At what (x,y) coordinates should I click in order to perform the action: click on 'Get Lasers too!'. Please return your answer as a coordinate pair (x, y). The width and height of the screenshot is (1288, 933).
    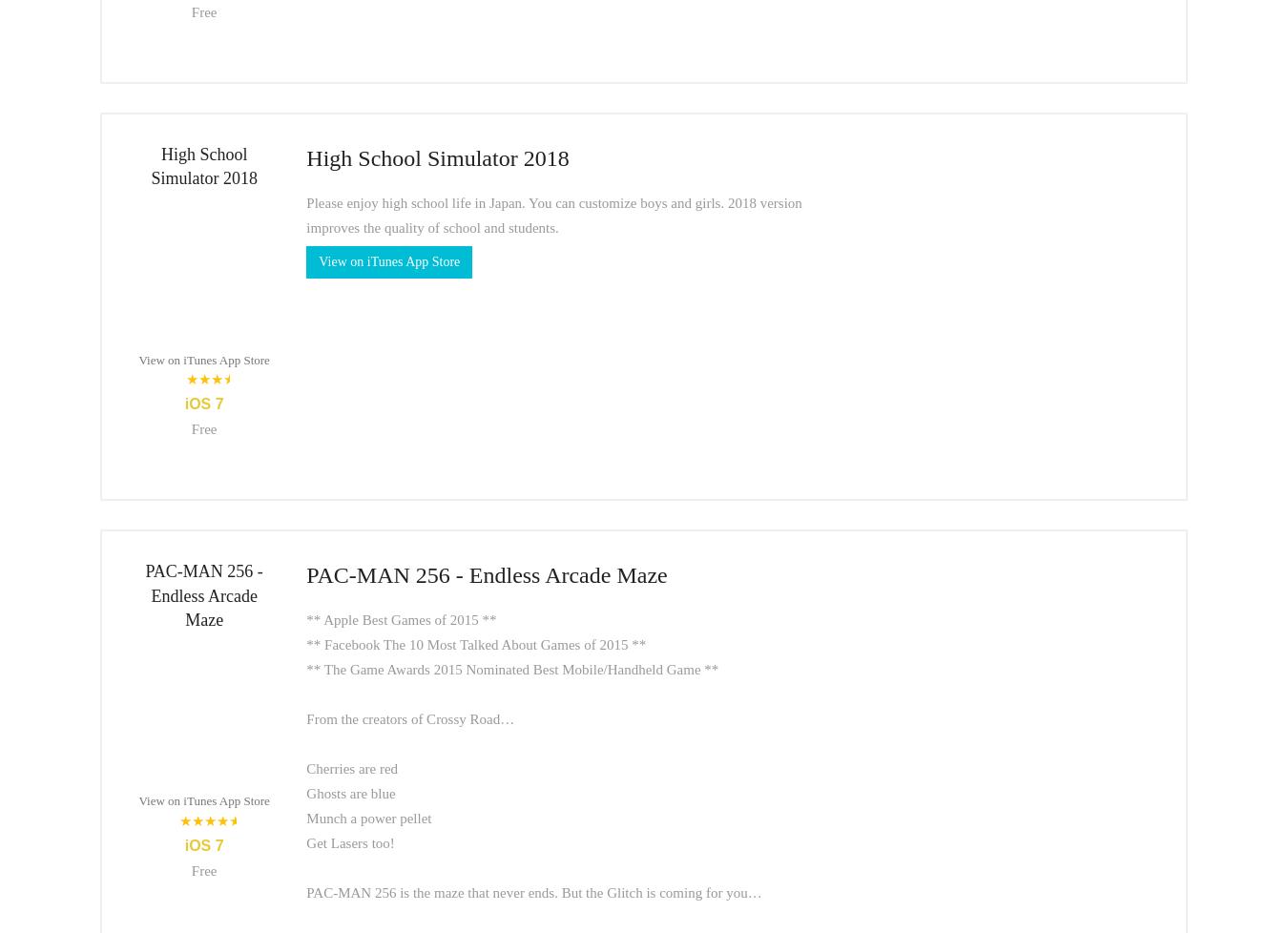
    Looking at the image, I should click on (350, 841).